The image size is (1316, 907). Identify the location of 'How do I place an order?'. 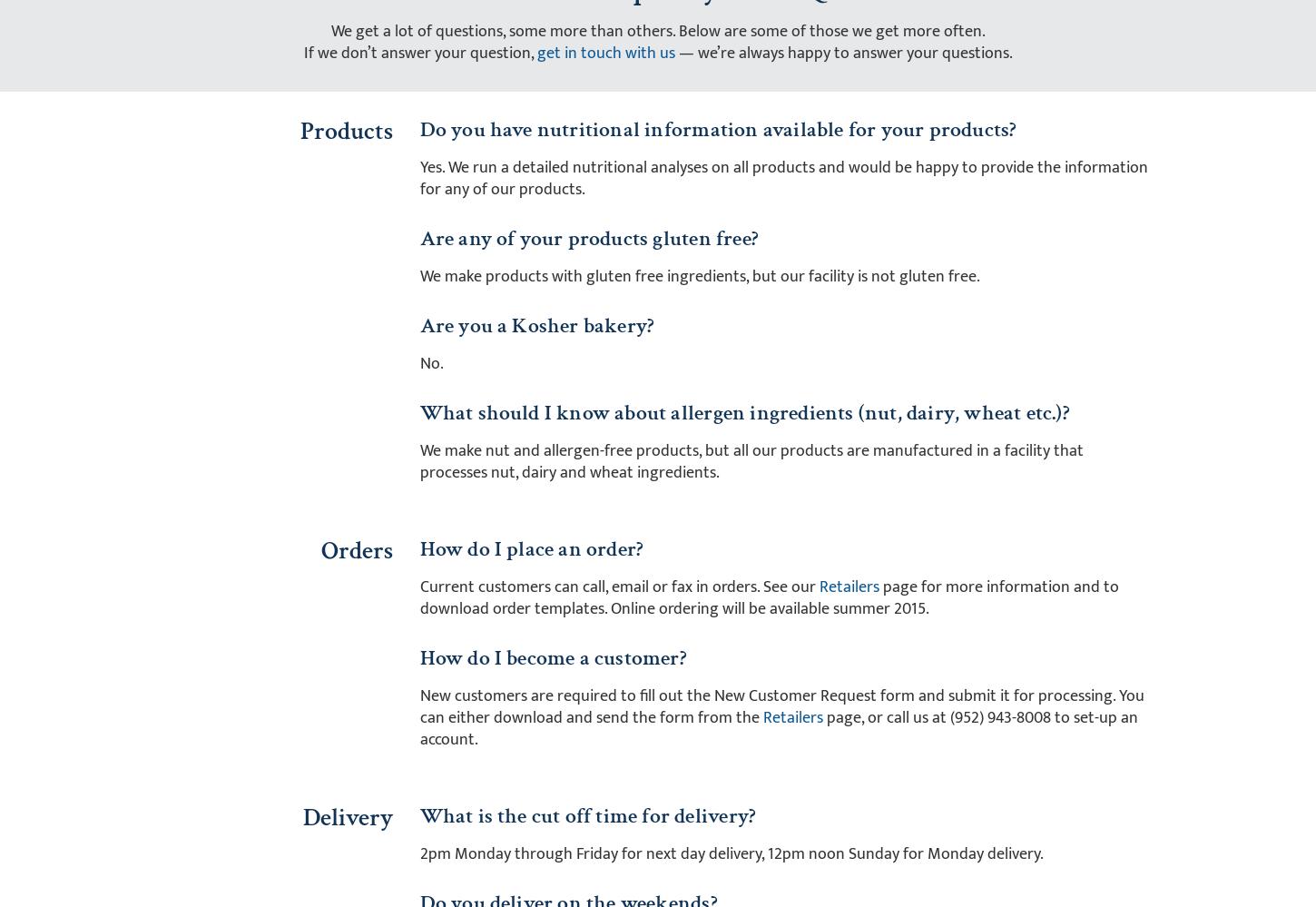
(531, 547).